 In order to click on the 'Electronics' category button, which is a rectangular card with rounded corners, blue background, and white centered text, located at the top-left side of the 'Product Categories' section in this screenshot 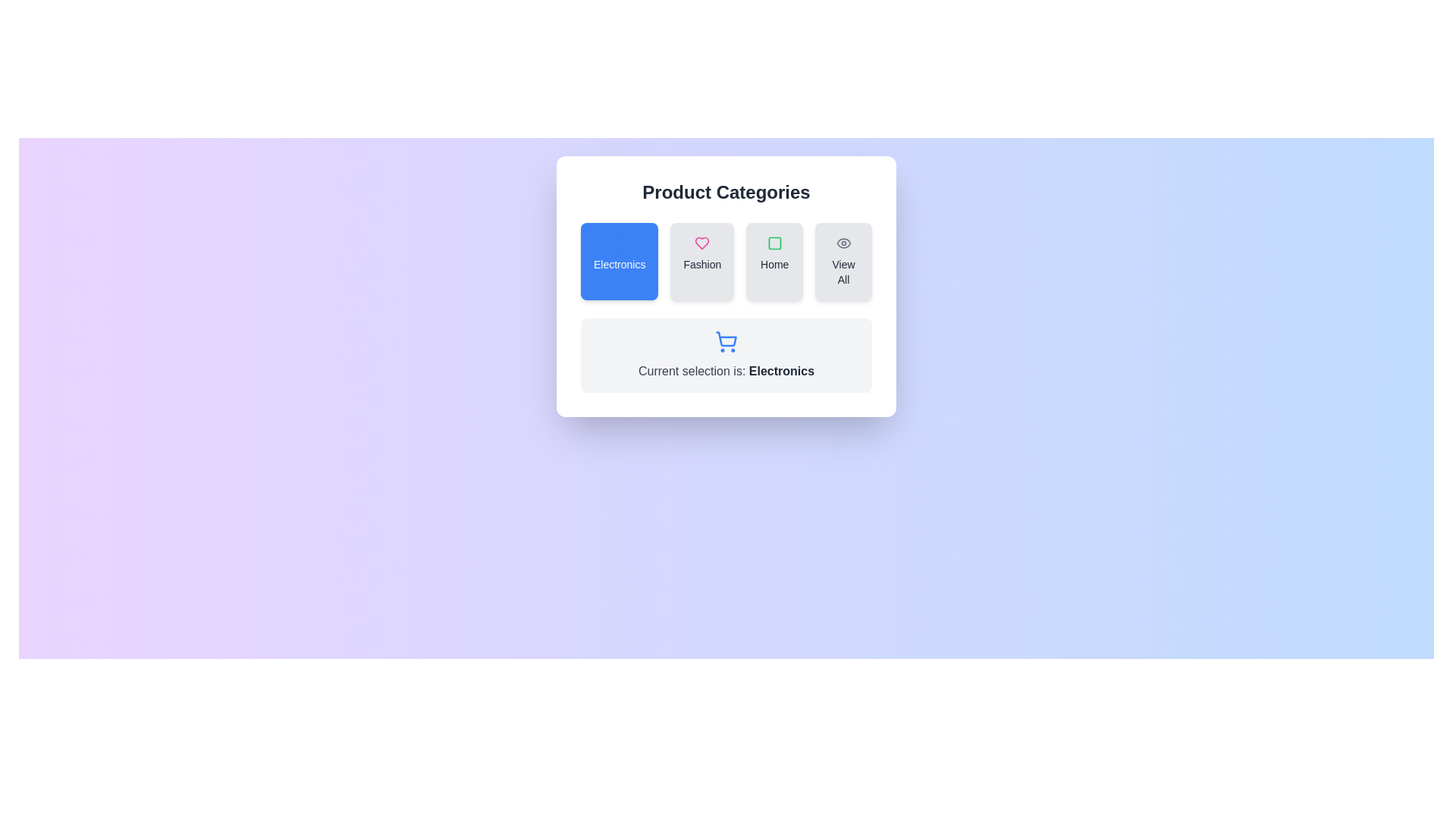, I will do `click(619, 260)`.